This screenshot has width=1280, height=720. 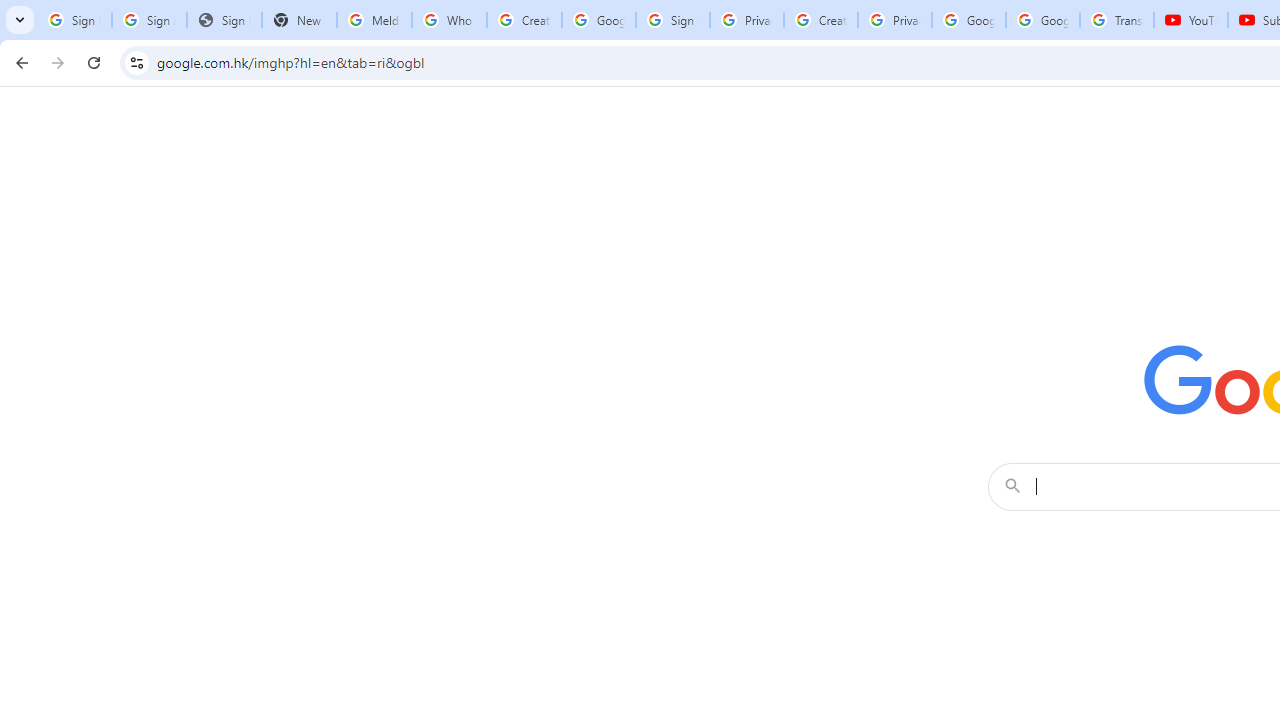 What do you see at coordinates (820, 20) in the screenshot?
I see `'Create your Google Account'` at bounding box center [820, 20].